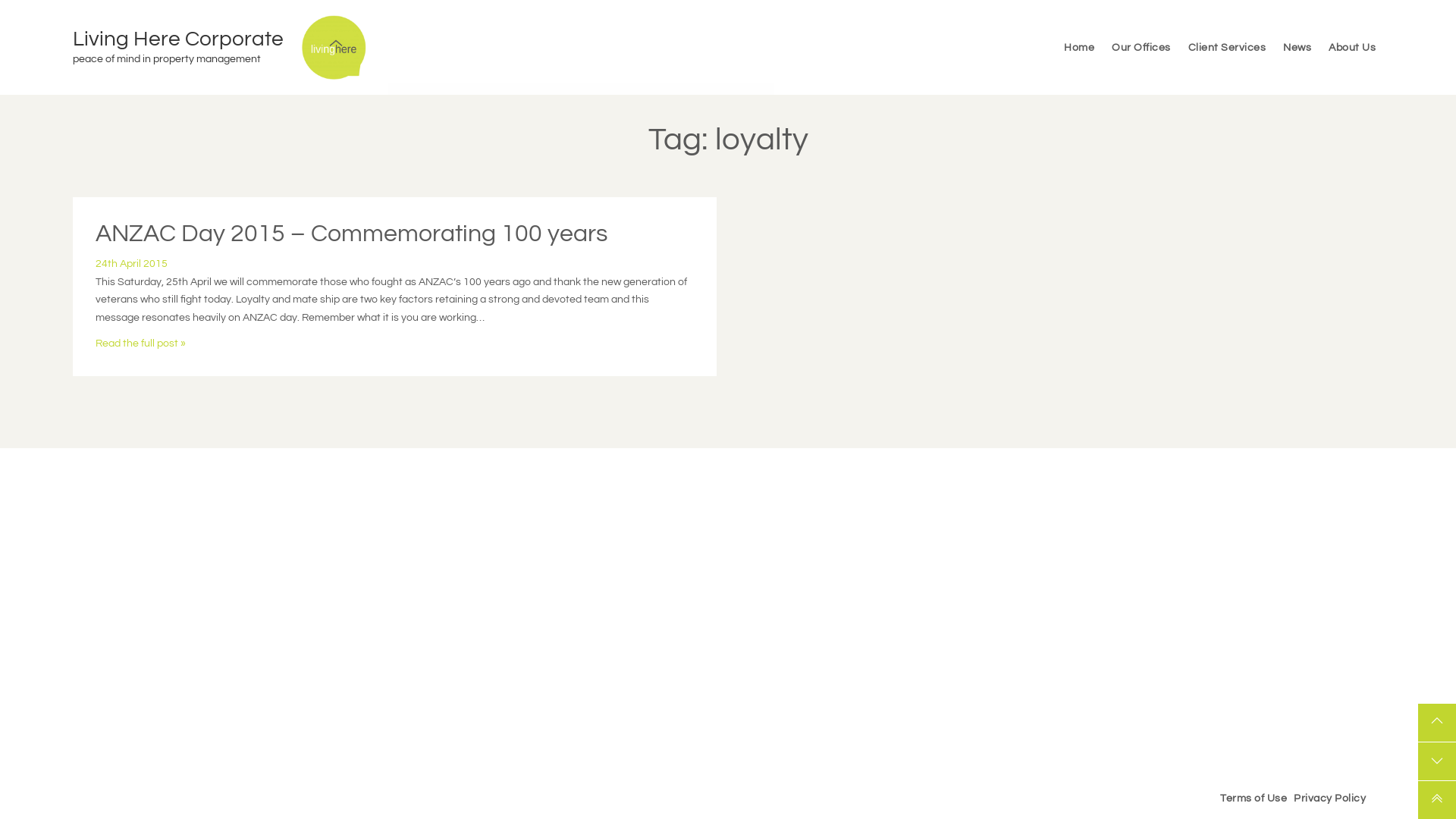 This screenshot has height=819, width=1456. What do you see at coordinates (1296, 45) in the screenshot?
I see `'News'` at bounding box center [1296, 45].